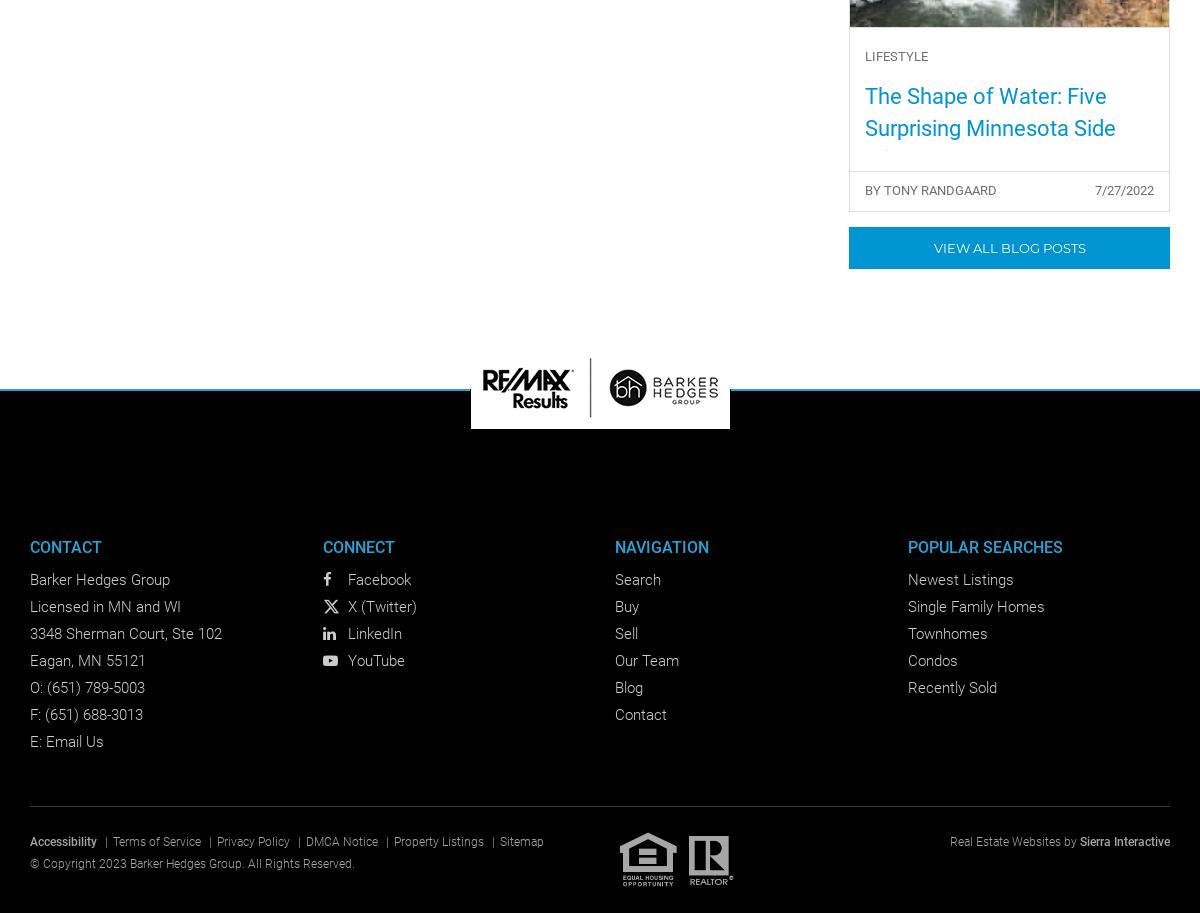 This screenshot has height=913, width=1200. I want to click on 'Recently Sold', so click(906, 688).